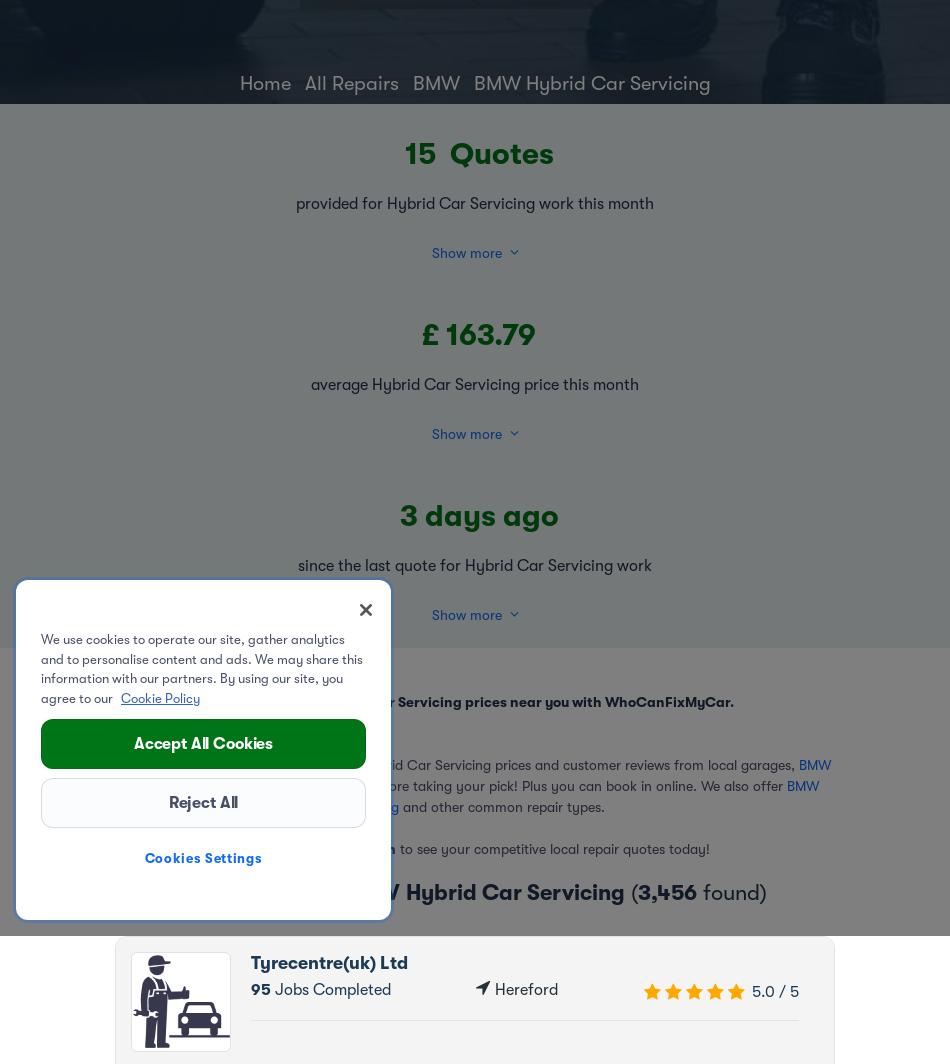 The image size is (950, 1064). Describe the element at coordinates (478, 333) in the screenshot. I see `'£ 163.79'` at that location.